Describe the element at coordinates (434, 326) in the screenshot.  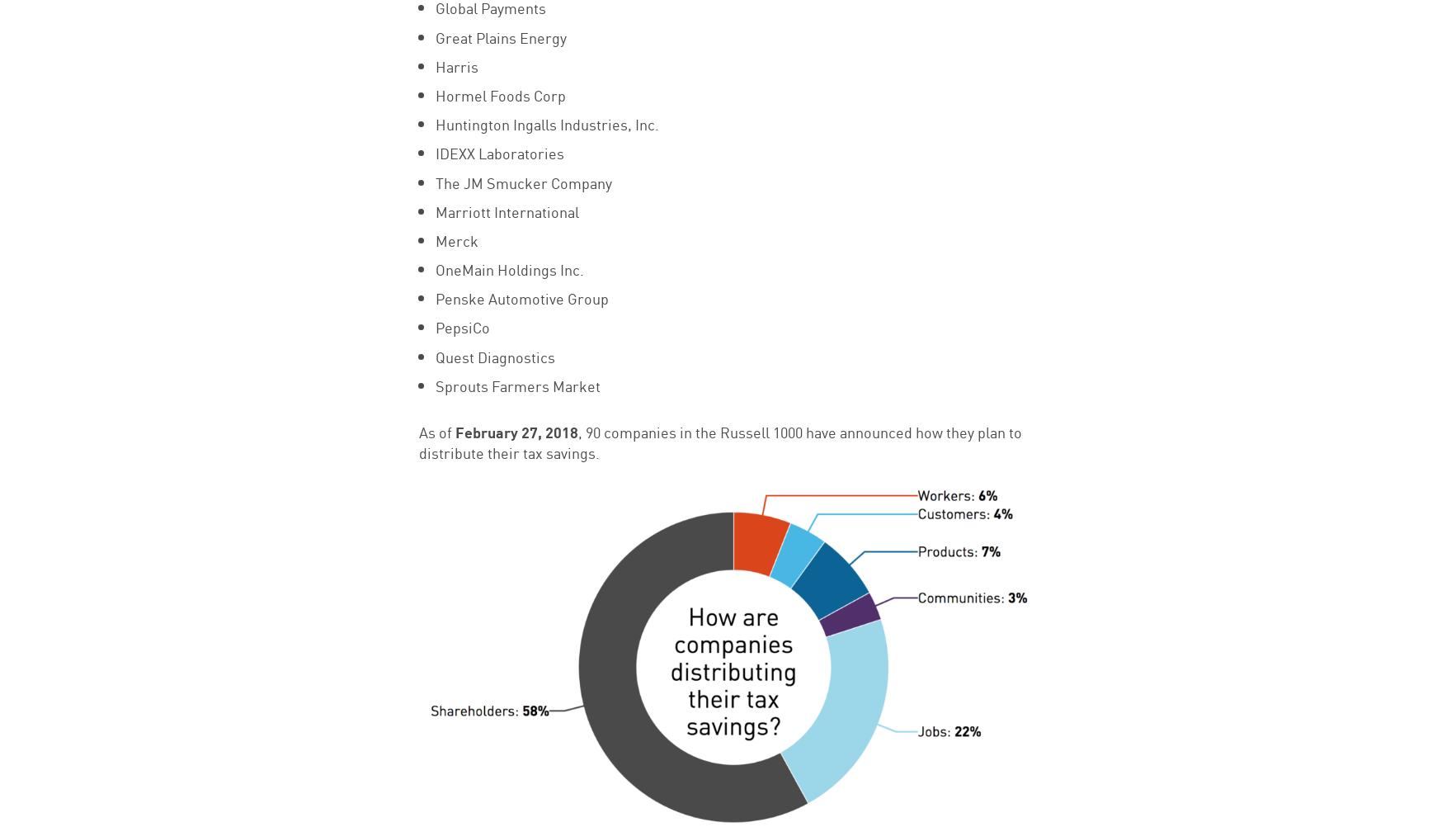
I see `'PepsiCo'` at that location.